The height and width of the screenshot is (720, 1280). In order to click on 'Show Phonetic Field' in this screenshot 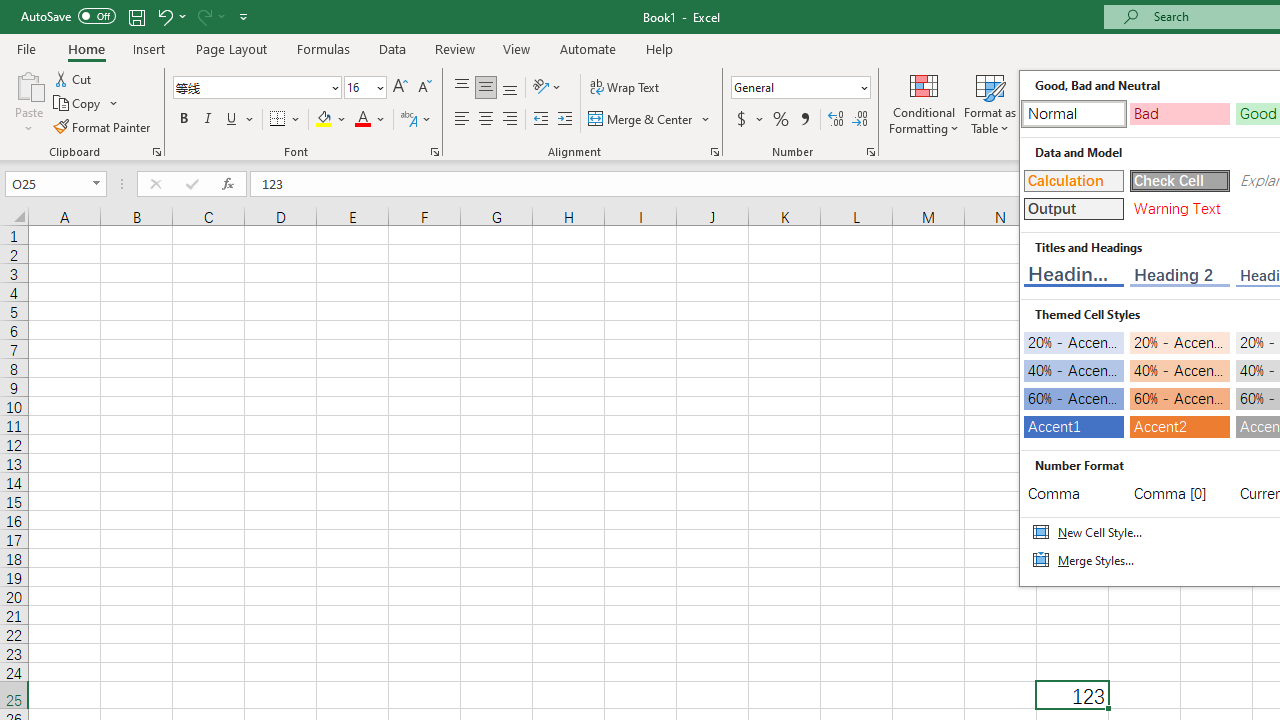, I will do `click(407, 119)`.